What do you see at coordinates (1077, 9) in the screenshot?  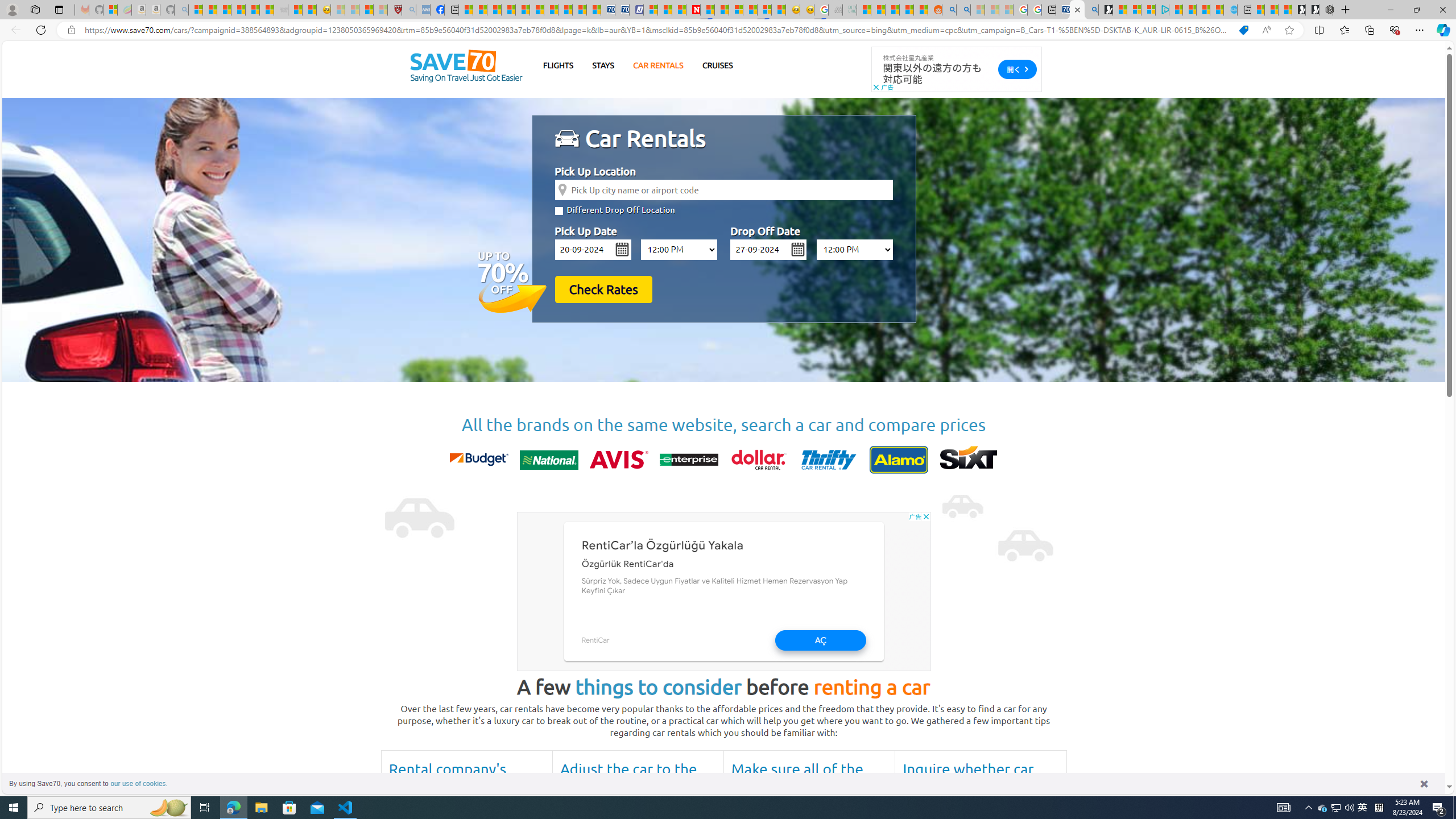 I see `'Cheap Car Rentals - Save70.com'` at bounding box center [1077, 9].